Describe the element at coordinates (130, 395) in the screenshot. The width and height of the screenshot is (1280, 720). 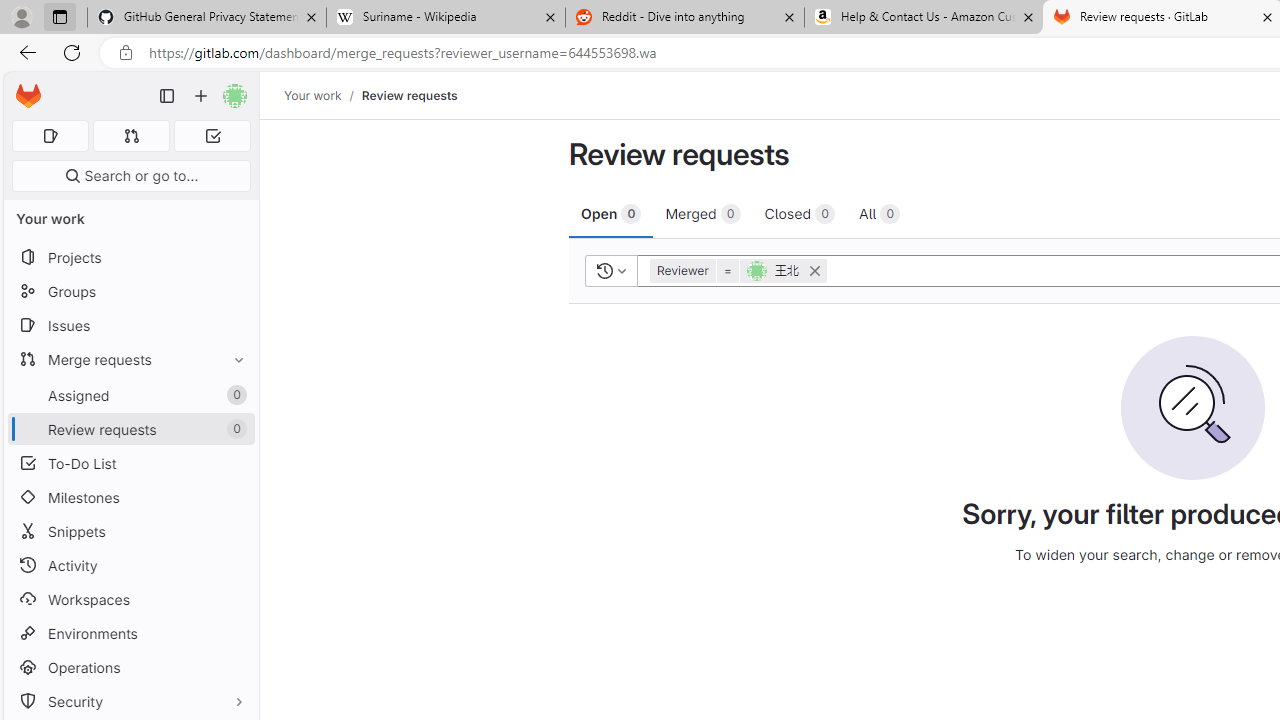
I see `'Assigned 0'` at that location.